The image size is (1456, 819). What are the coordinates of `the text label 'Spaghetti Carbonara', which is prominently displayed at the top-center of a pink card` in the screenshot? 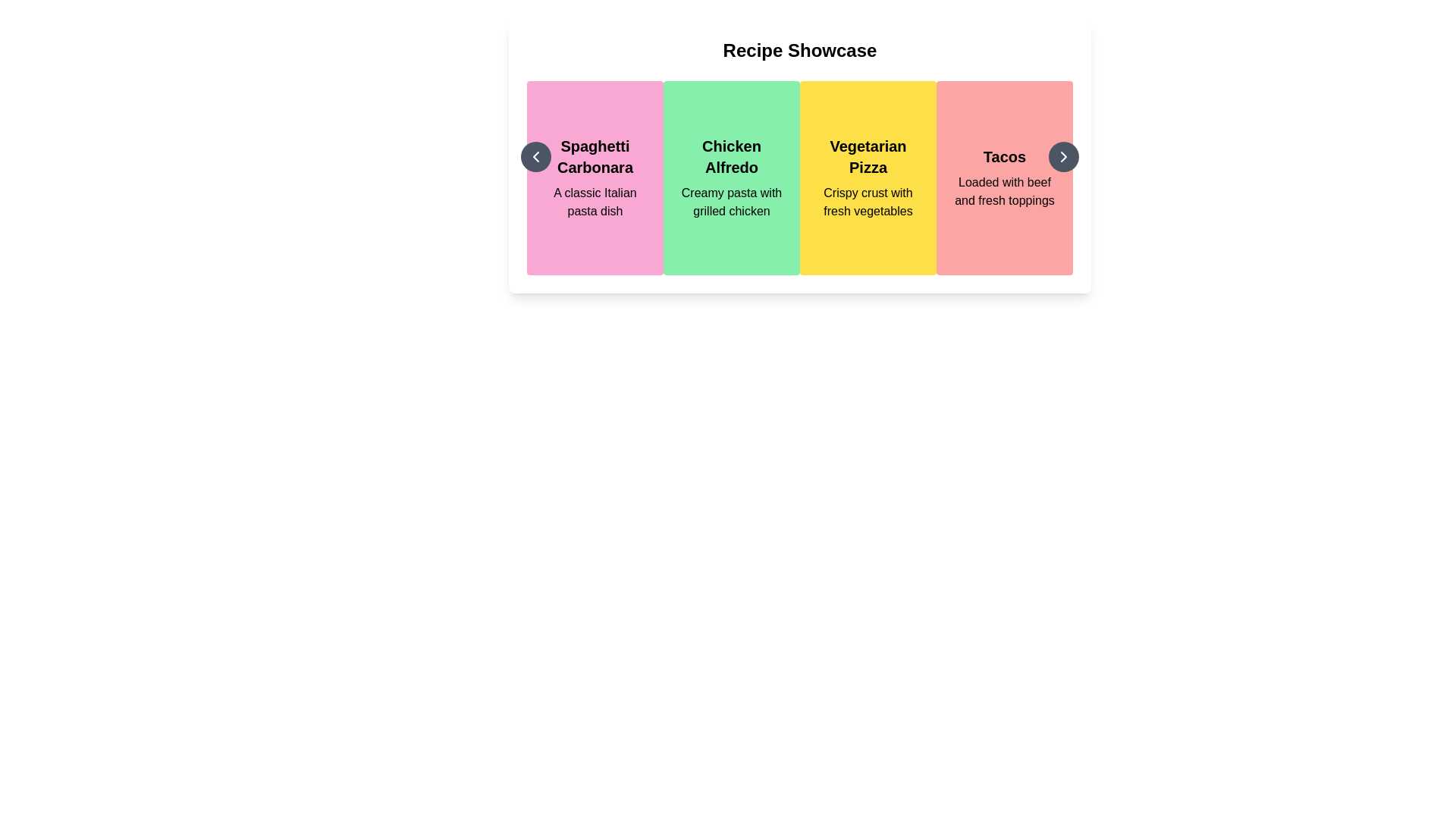 It's located at (595, 157).